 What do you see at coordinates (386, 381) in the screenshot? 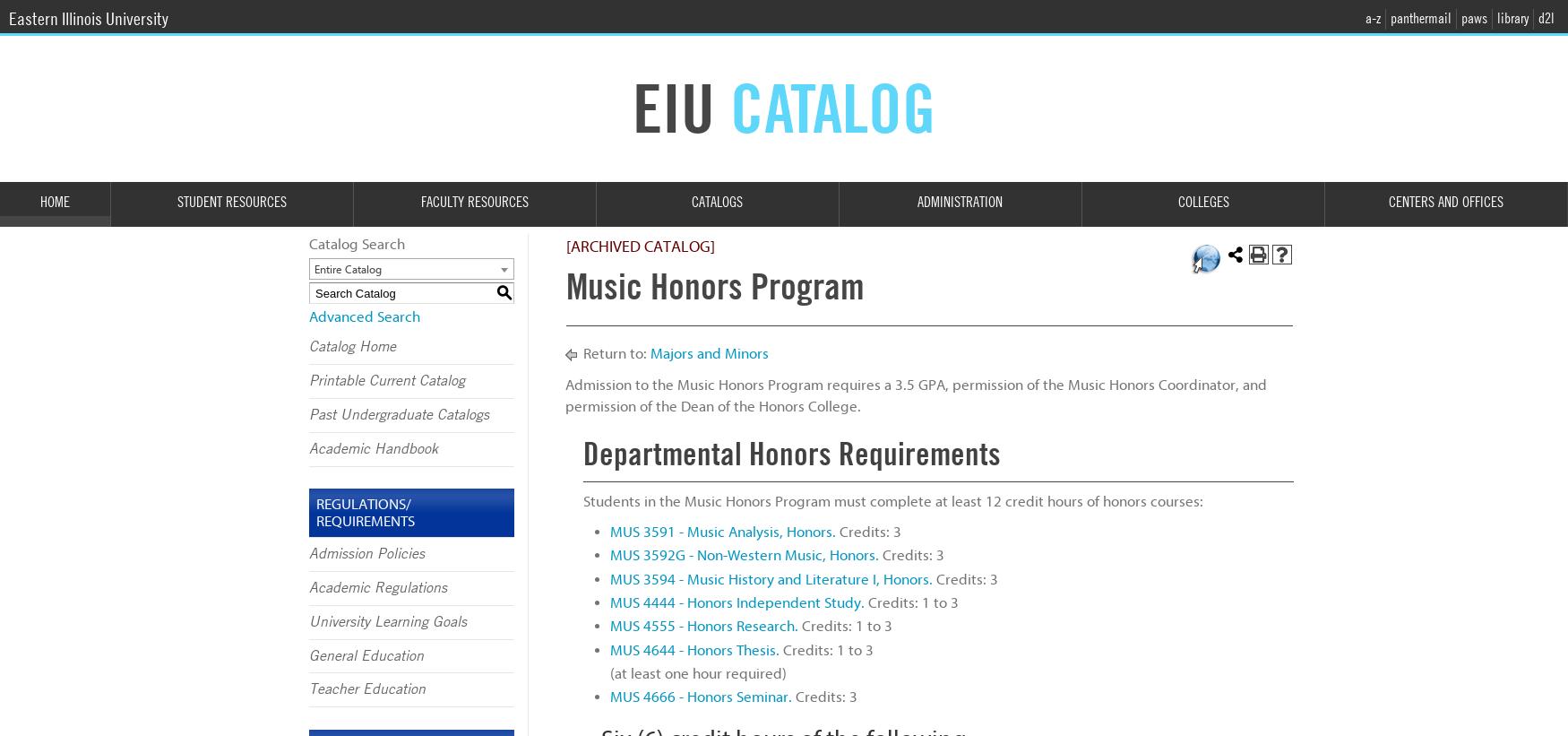
I see `'Printable Current Catalog'` at bounding box center [386, 381].